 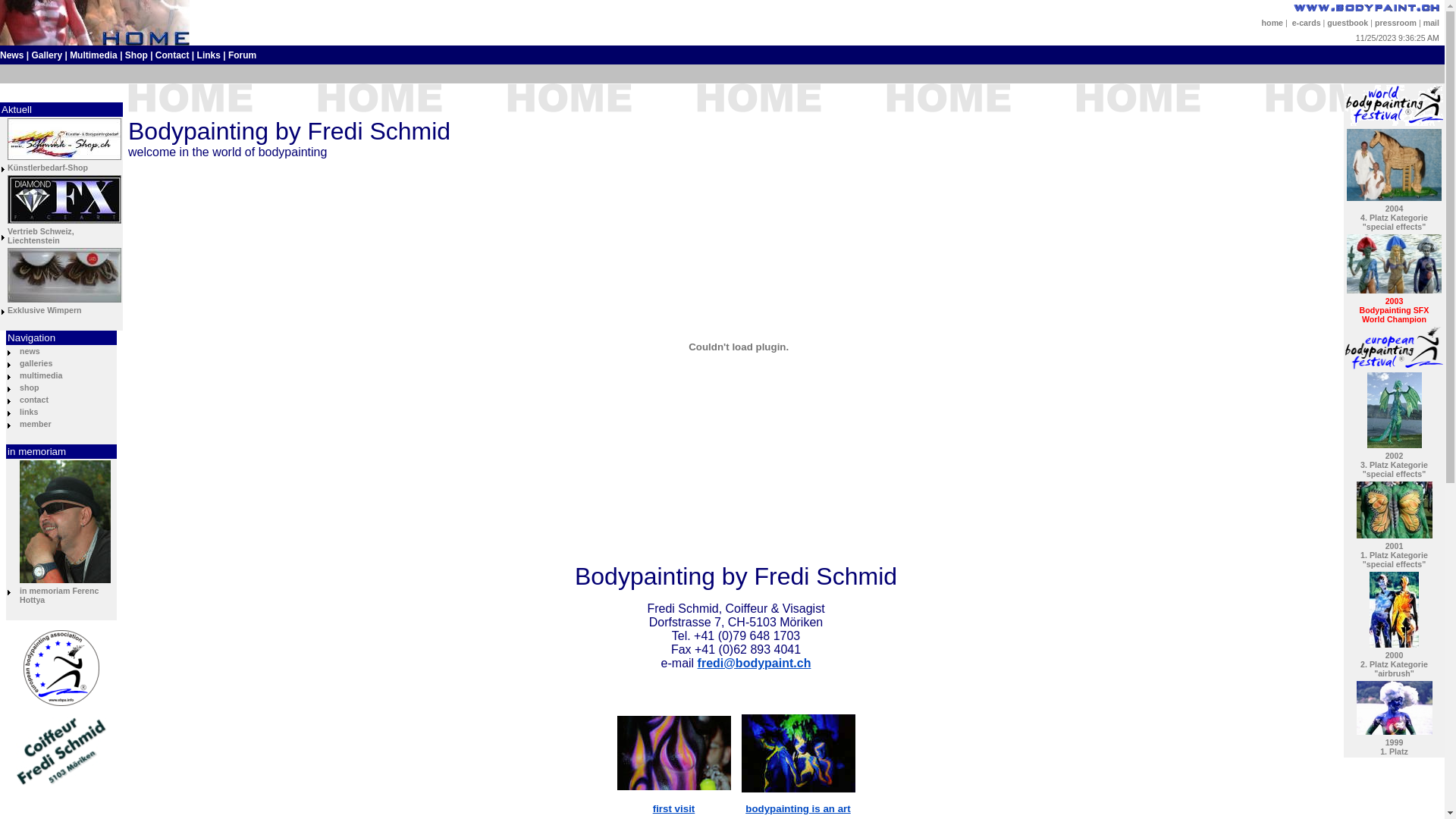 I want to click on 'Vertrieb Schweiz, Liechtenstein', so click(x=40, y=236).